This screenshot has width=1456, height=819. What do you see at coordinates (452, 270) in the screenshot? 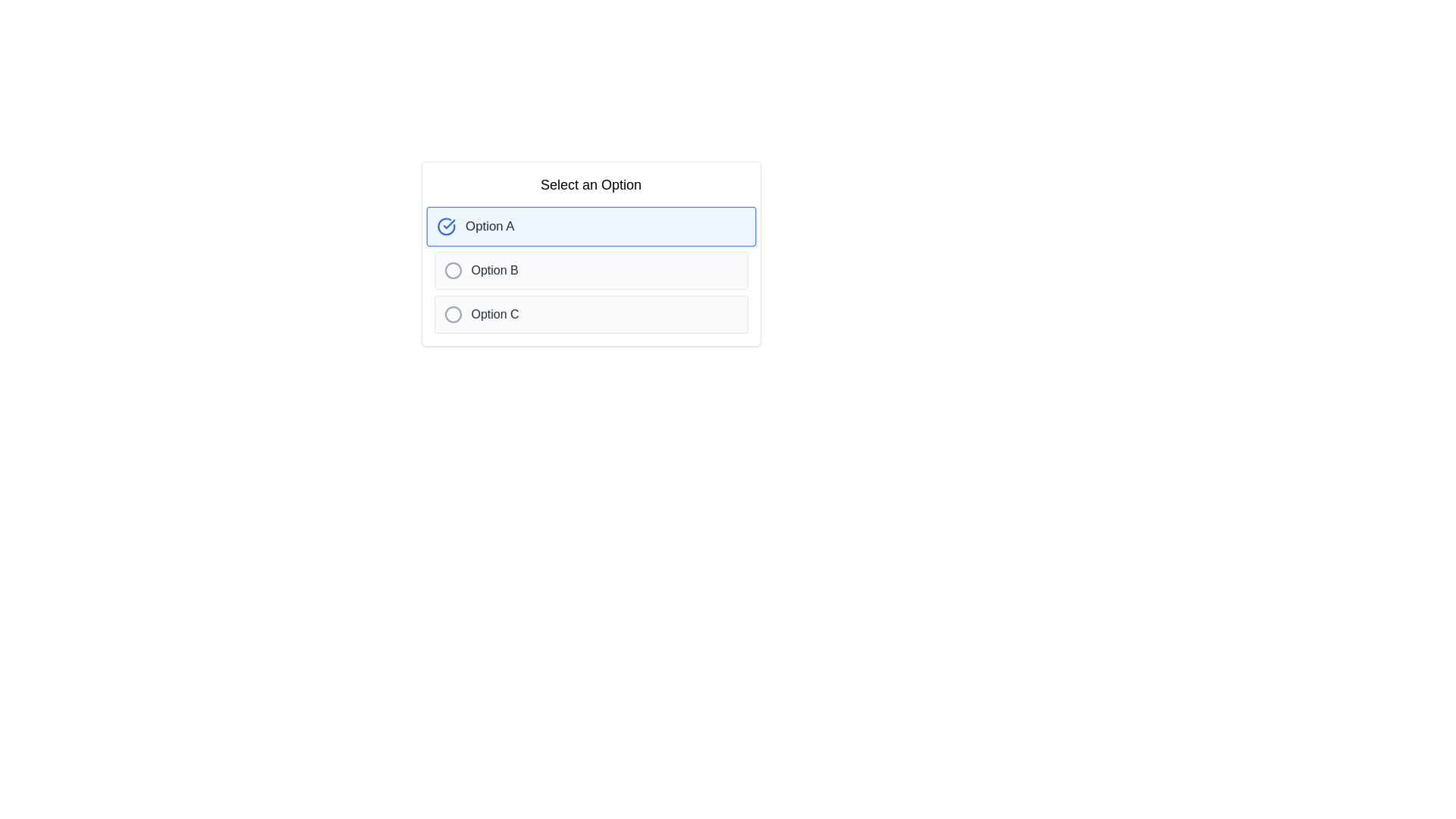
I see `the Radio button marker indicating the selection state for 'Option B', which is located horizontally to the left of the 'Option B' label` at bounding box center [452, 270].